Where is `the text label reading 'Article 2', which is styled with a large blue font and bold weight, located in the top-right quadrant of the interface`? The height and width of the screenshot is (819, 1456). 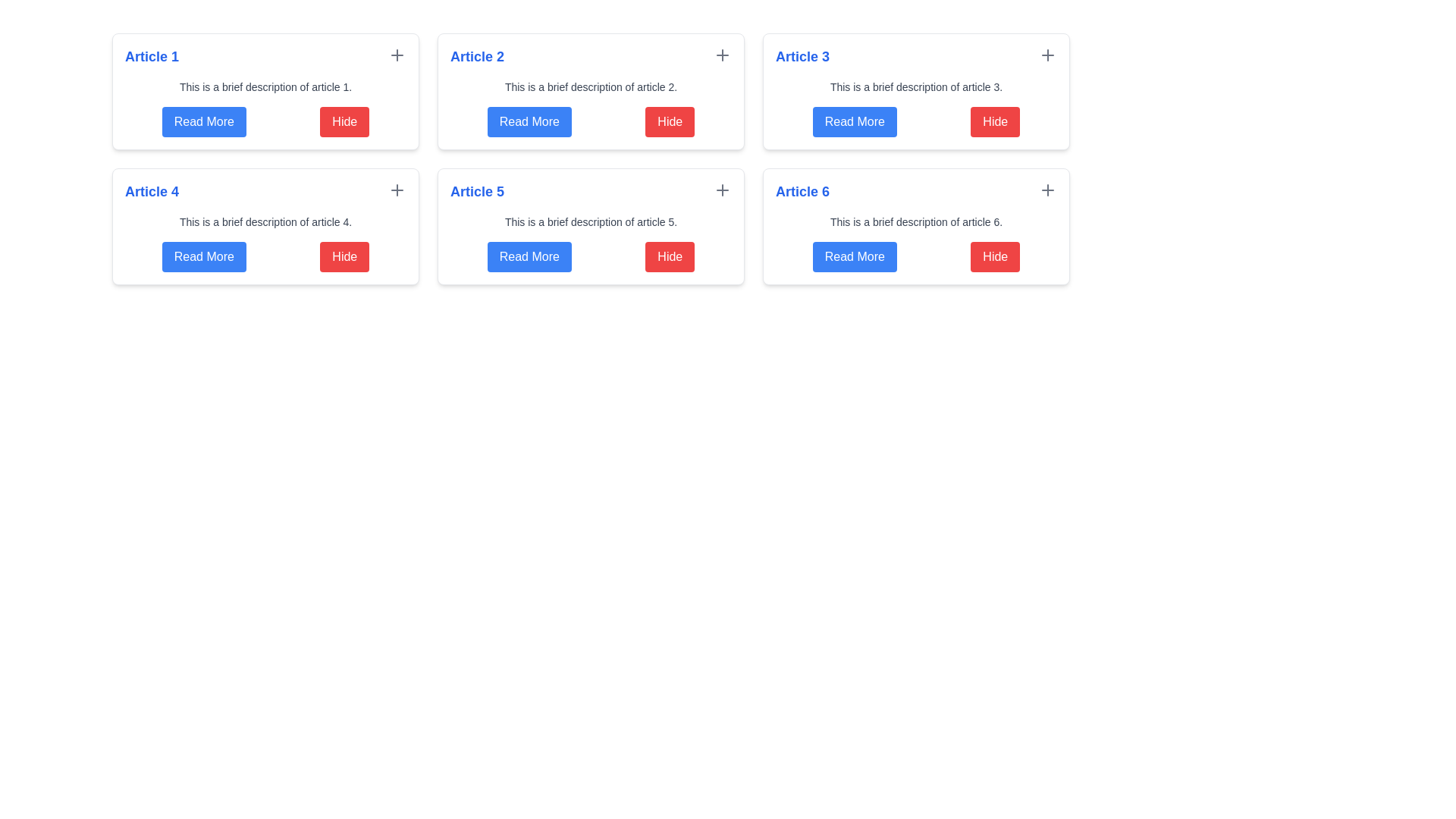
the text label reading 'Article 2', which is styled with a large blue font and bold weight, located in the top-right quadrant of the interface is located at coordinates (476, 55).